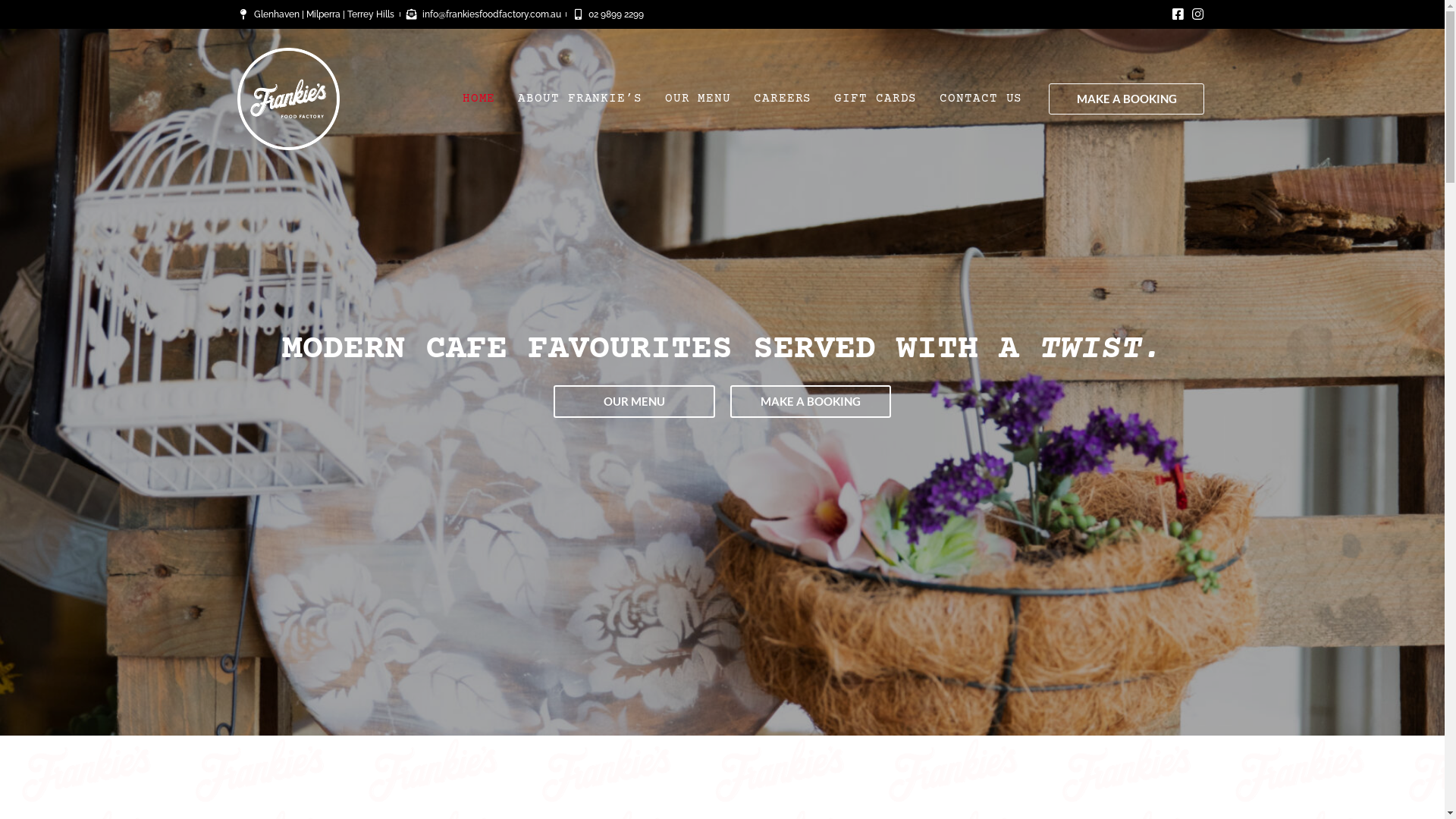 The width and height of the screenshot is (1456, 819). Describe the element at coordinates (607, 14) in the screenshot. I see `'02 9899 2299'` at that location.